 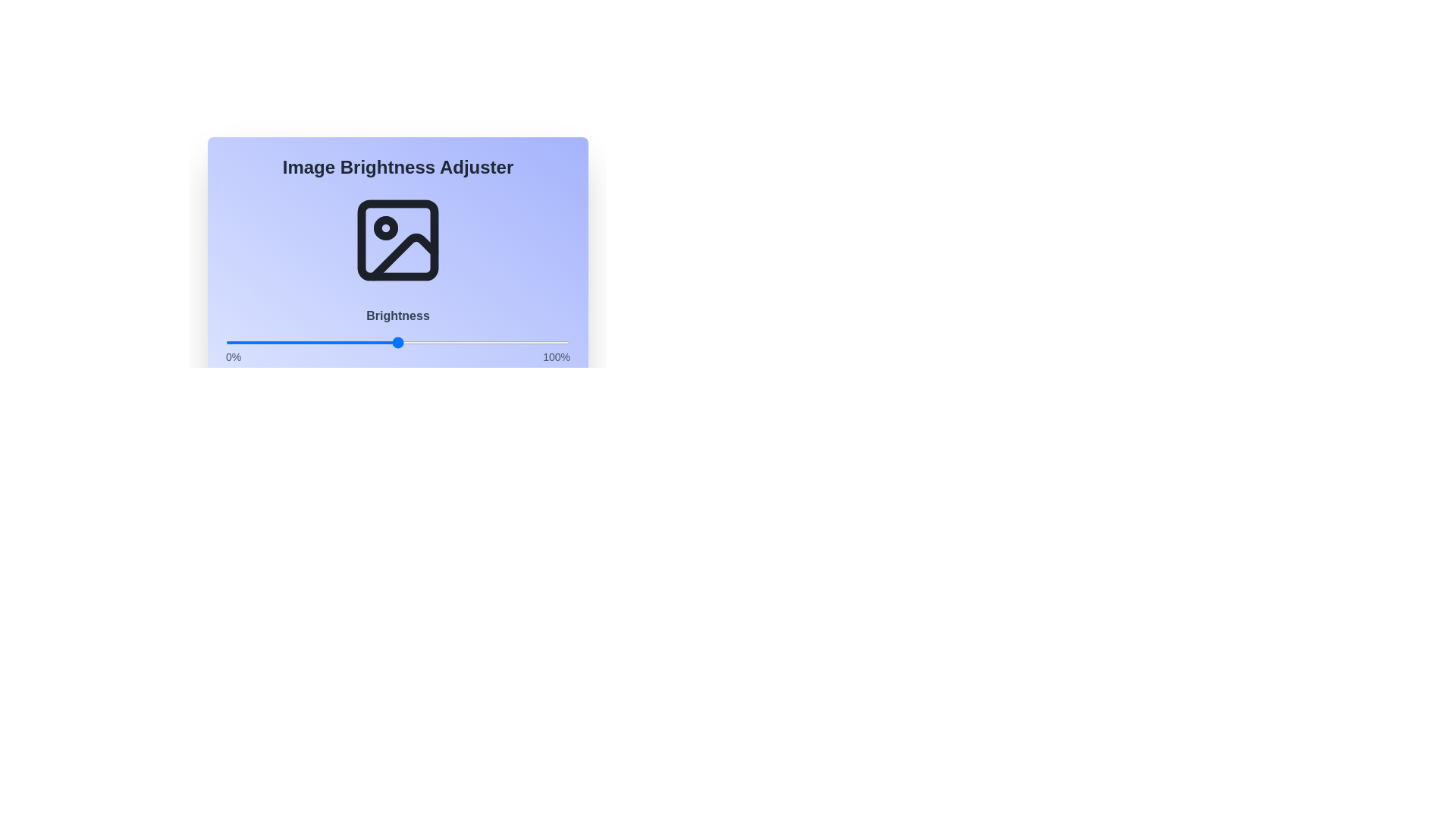 What do you see at coordinates (287, 342) in the screenshot?
I see `the brightness to 18% using the slider` at bounding box center [287, 342].